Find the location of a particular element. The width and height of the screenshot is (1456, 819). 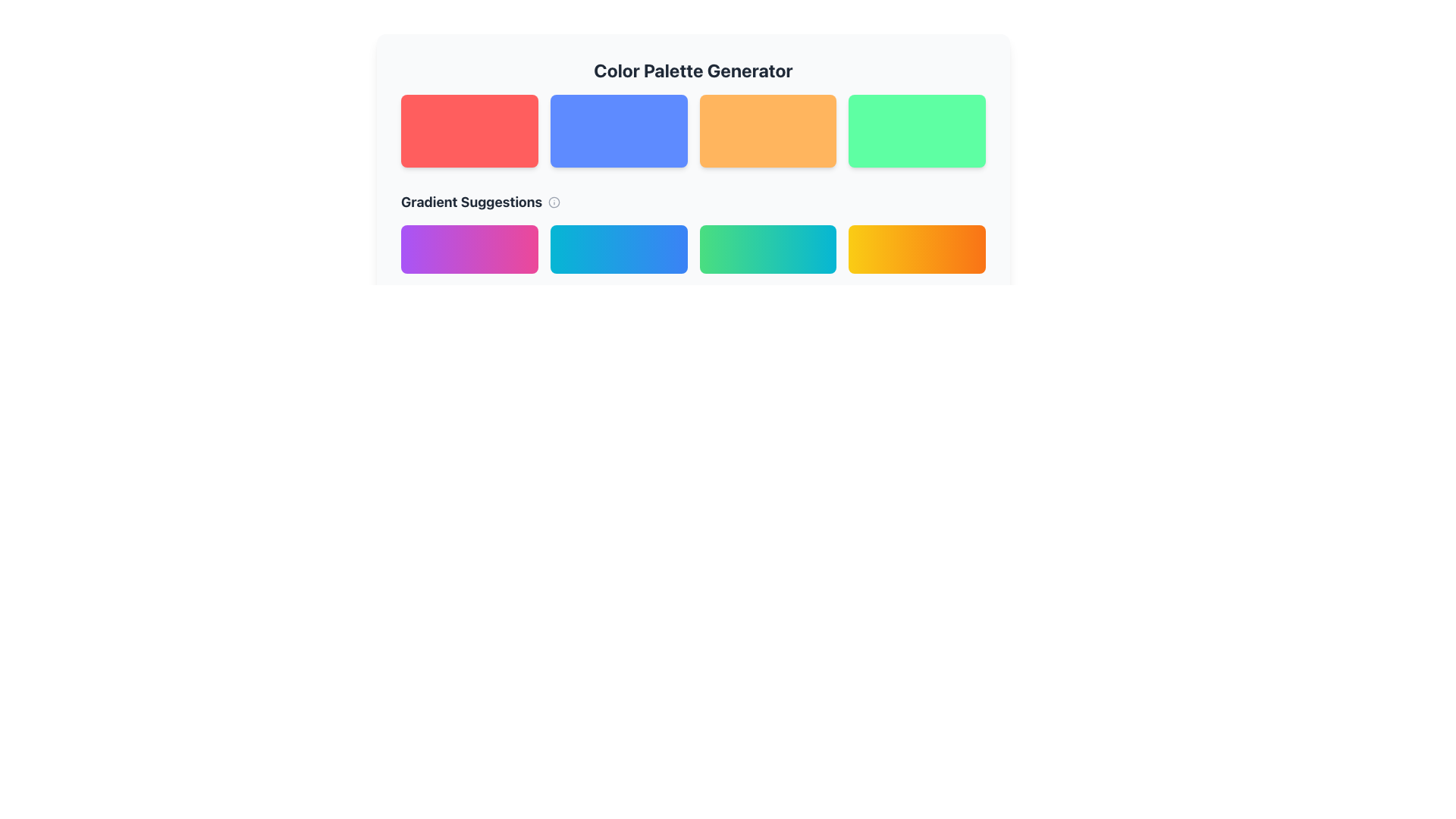

decorative circle element within the information icon next to 'Gradient Suggestions' using developer tools is located at coordinates (554, 201).